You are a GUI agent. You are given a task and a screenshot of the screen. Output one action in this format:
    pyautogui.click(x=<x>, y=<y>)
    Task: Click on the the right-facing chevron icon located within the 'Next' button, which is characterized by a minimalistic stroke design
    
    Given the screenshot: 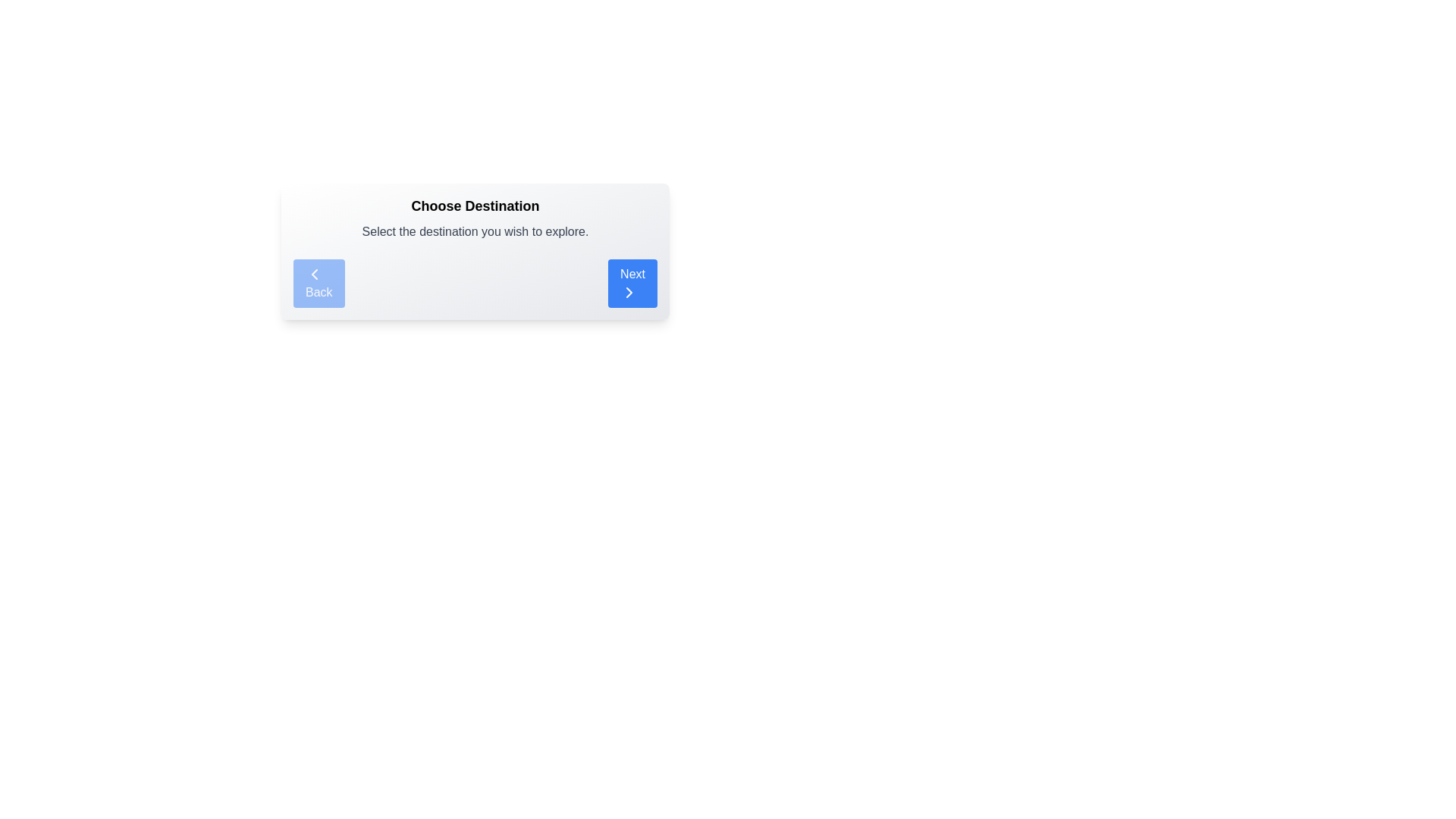 What is the action you would take?
    pyautogui.click(x=629, y=292)
    